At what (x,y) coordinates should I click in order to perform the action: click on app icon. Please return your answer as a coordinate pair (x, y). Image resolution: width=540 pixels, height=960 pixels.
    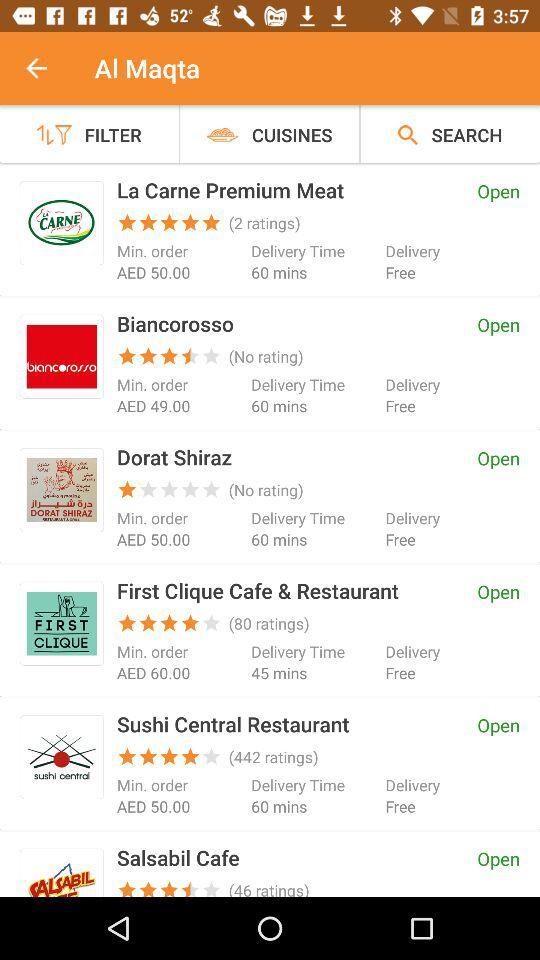
    Looking at the image, I should click on (61, 356).